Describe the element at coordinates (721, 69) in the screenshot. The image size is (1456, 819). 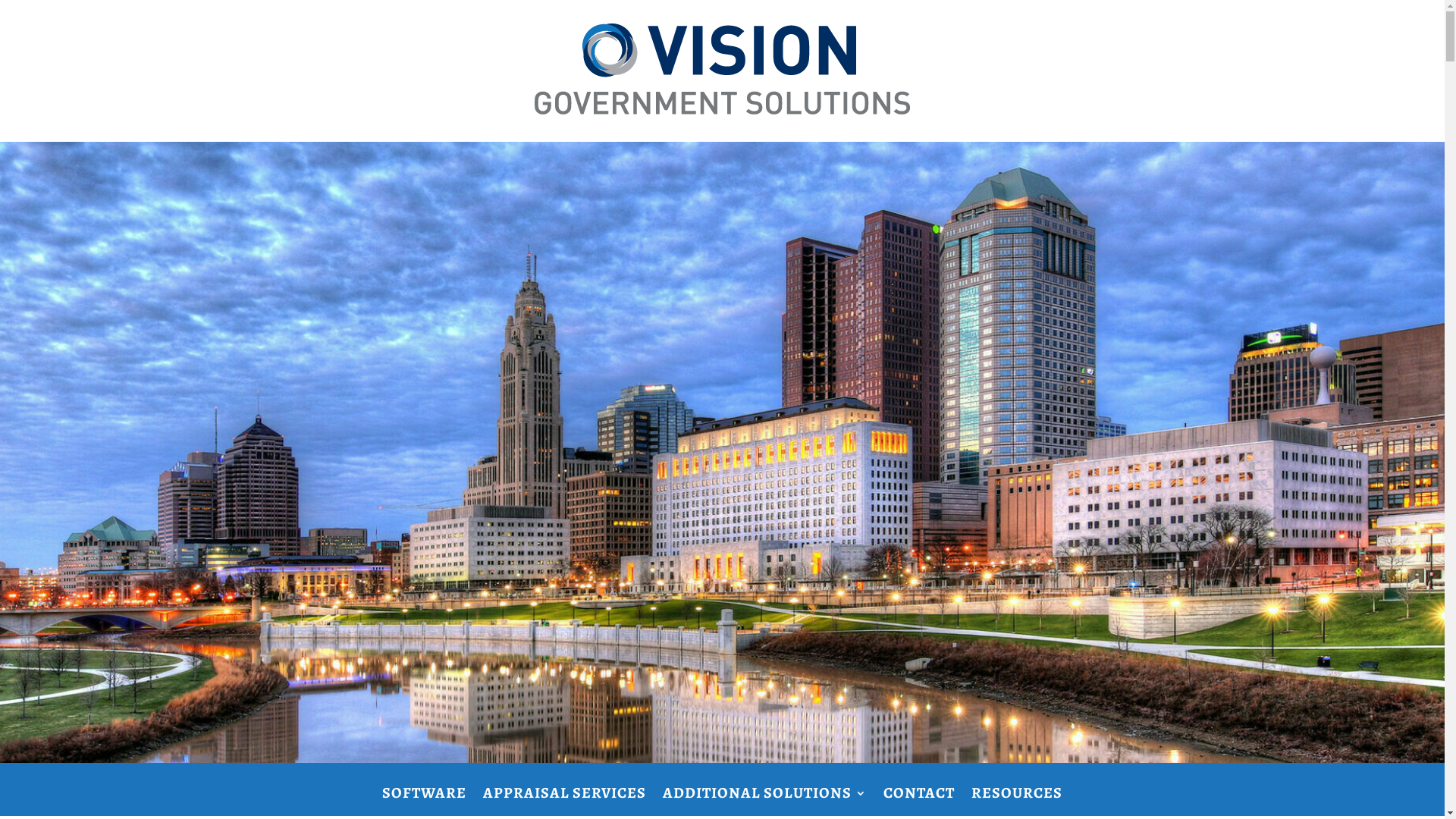
I see `'Vision Logo - FULL COLOR FOR LIGHT BACKGROUNDS'` at that location.